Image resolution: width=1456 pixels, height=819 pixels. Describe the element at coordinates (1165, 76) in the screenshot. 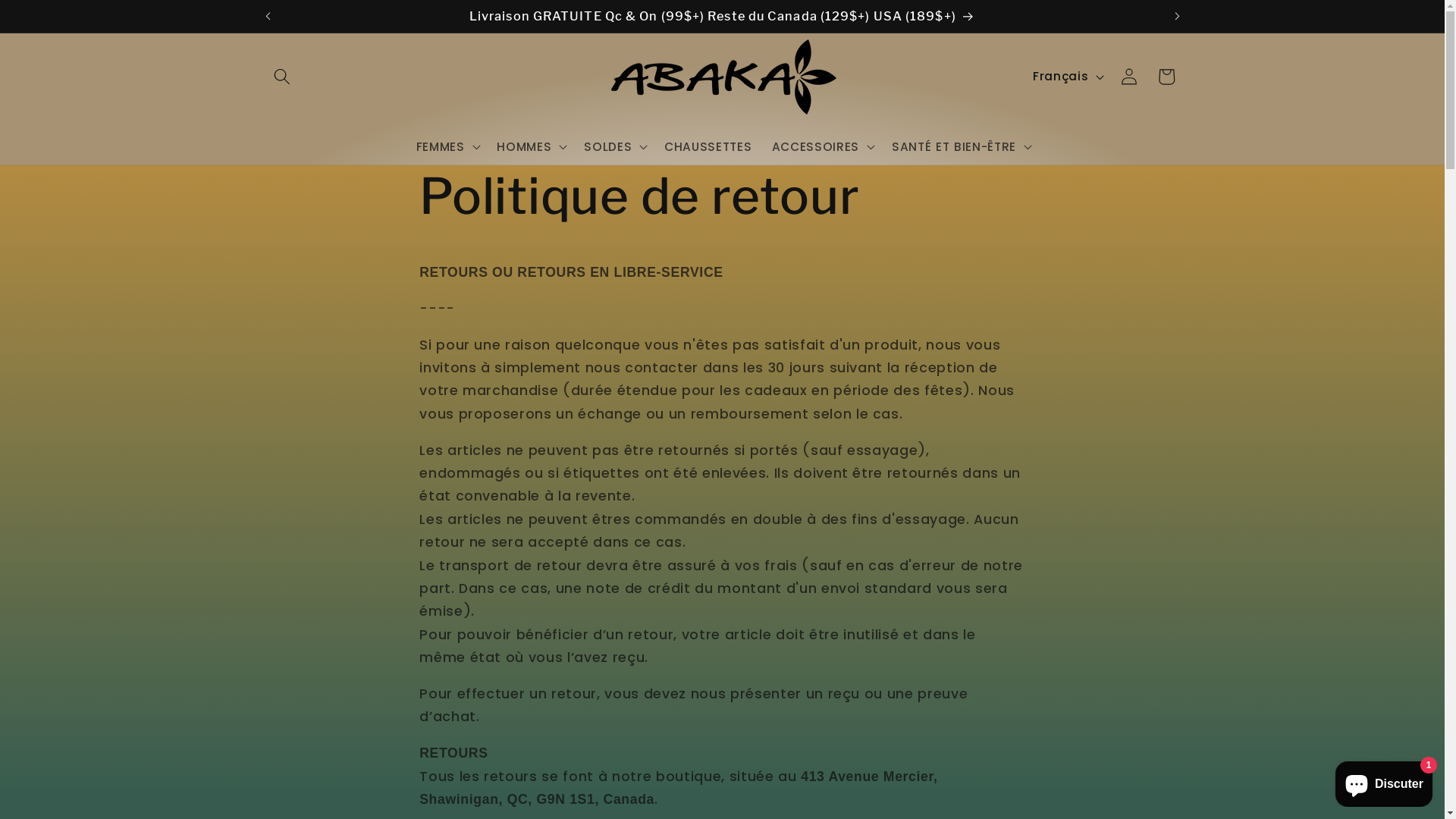

I see `'Panier'` at that location.